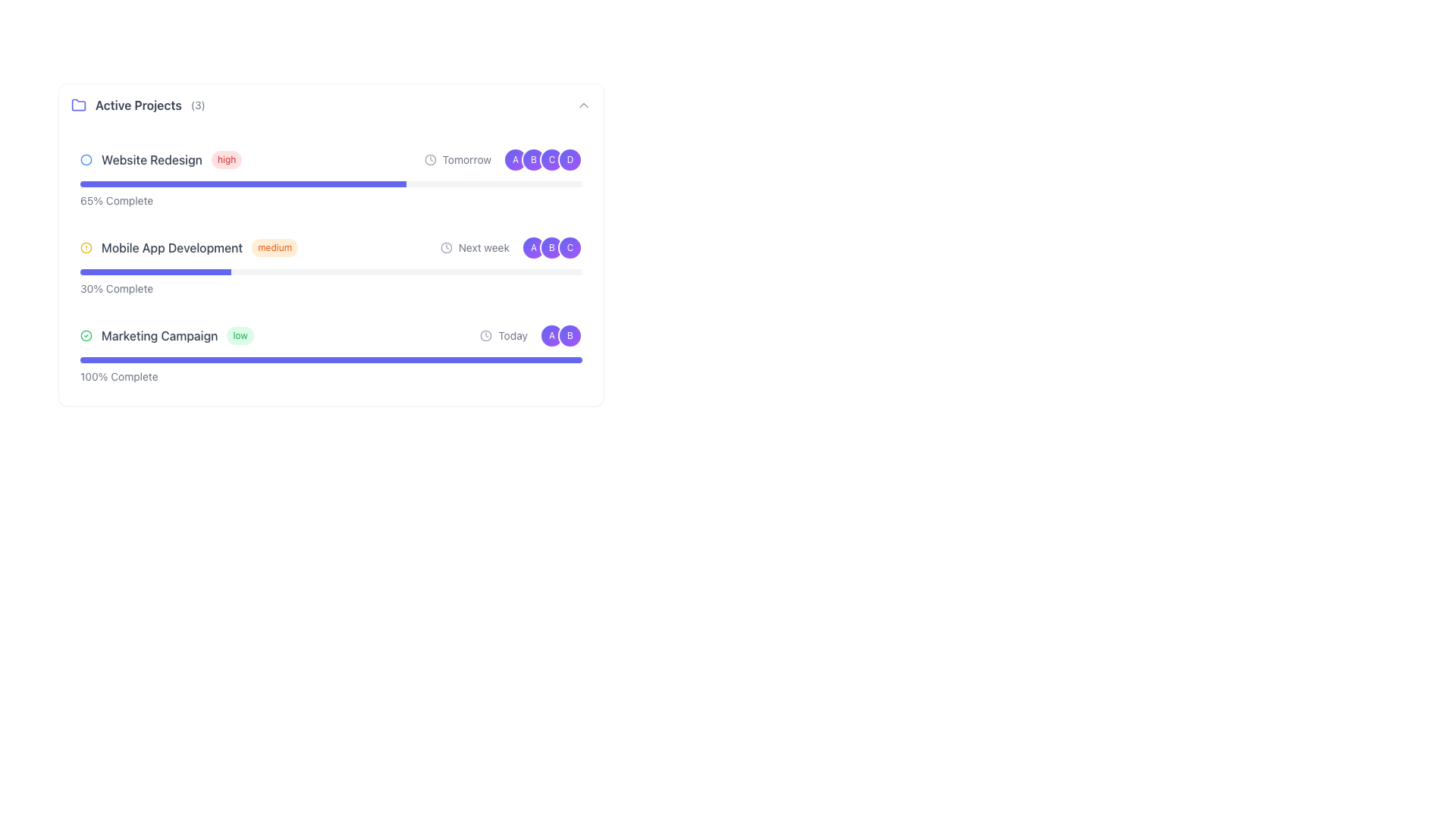 This screenshot has width=1456, height=819. Describe the element at coordinates (429, 160) in the screenshot. I see `the clock icon representing the due date of the 'Website Redesign' project, which is located to the left of the 'Tomorrow' label in the 'Active Projects' section` at that location.